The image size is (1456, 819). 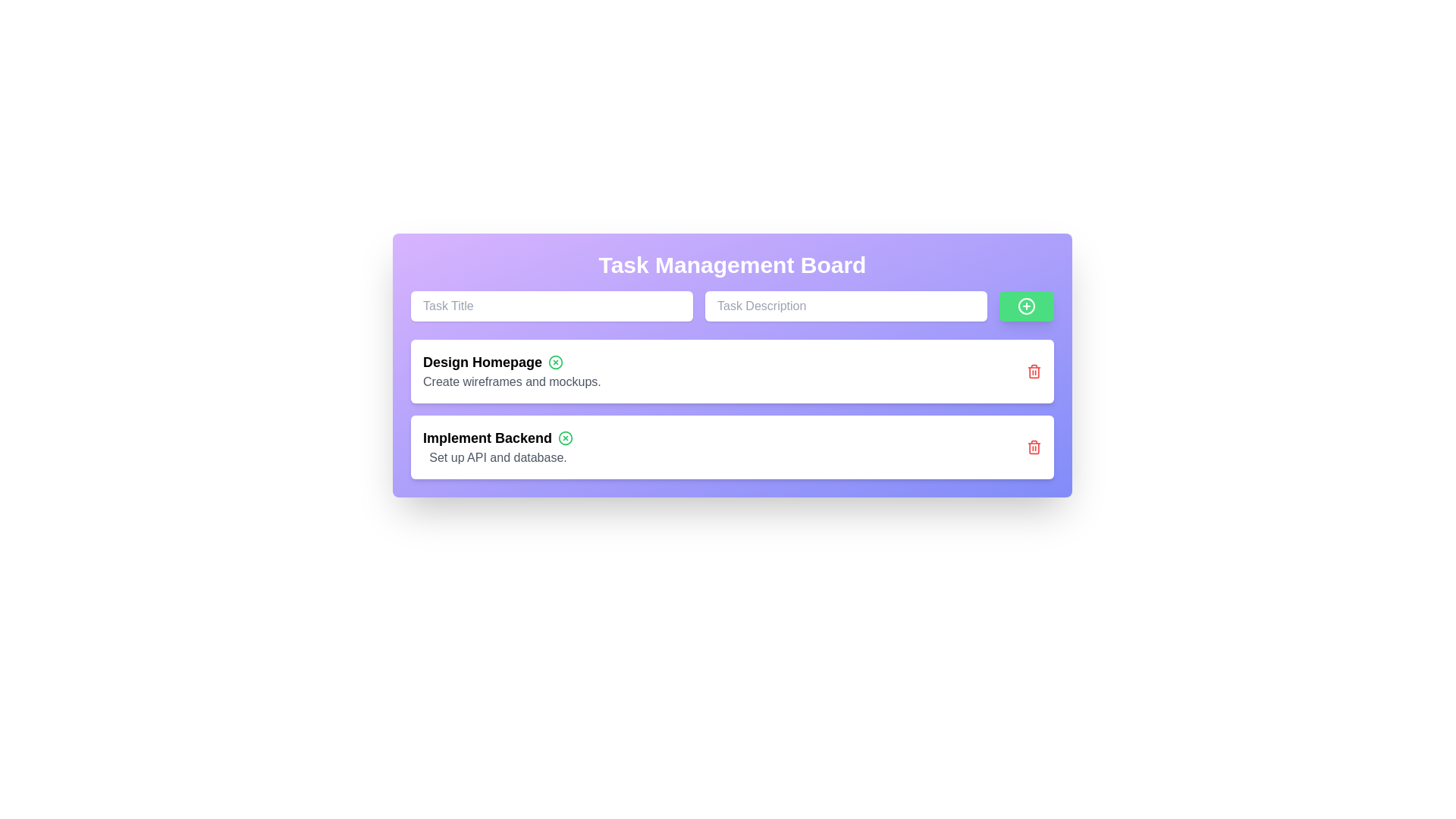 I want to click on the Task Display Block that serves as a task entry, displaying both the title and description of a to-do item, located centrally in the 'Task Management Board' section, below 'Design Homepage', so click(x=498, y=447).